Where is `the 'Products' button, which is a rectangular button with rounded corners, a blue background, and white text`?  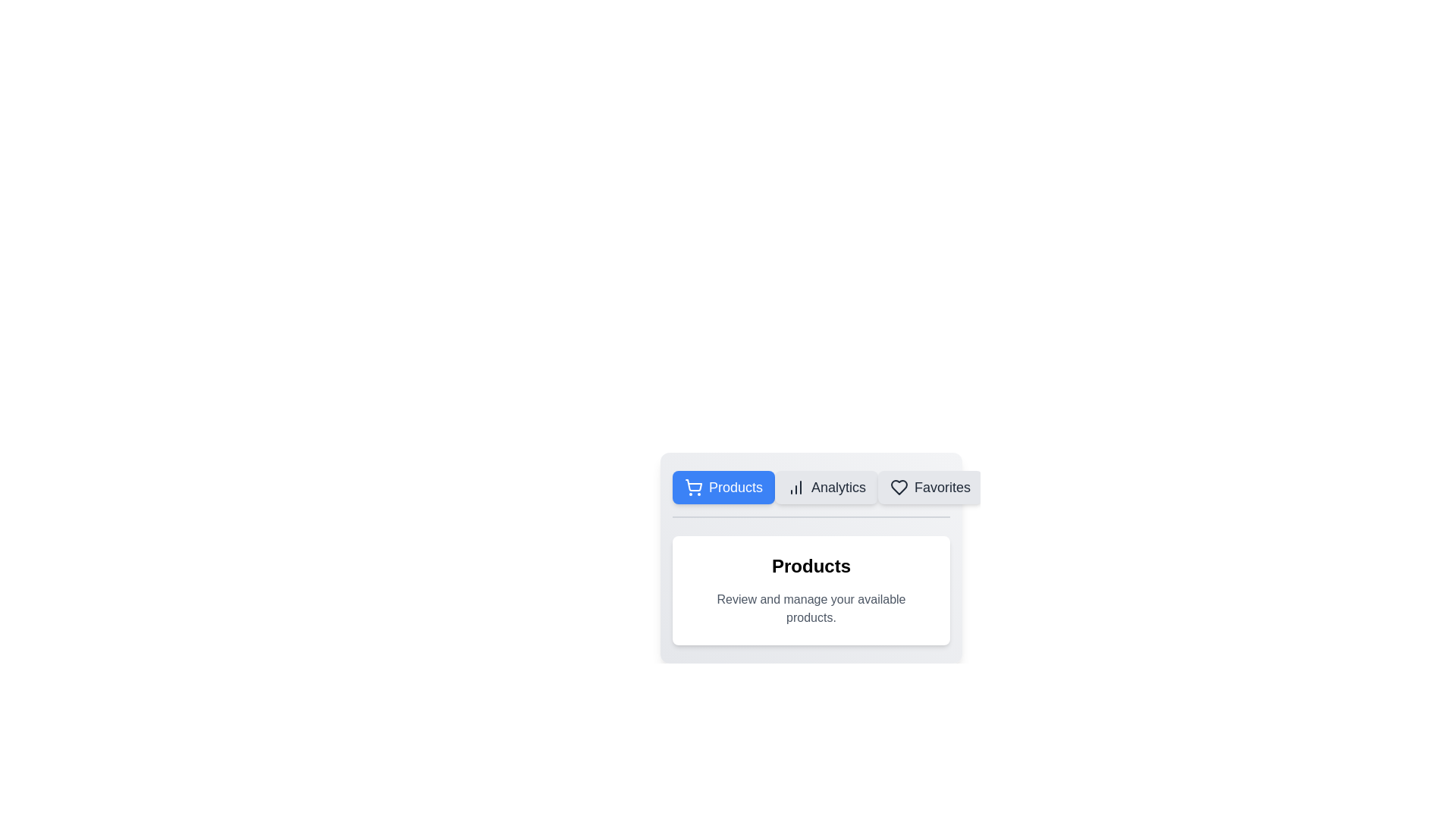 the 'Products' button, which is a rectangular button with rounded corners, a blue background, and white text is located at coordinates (723, 488).